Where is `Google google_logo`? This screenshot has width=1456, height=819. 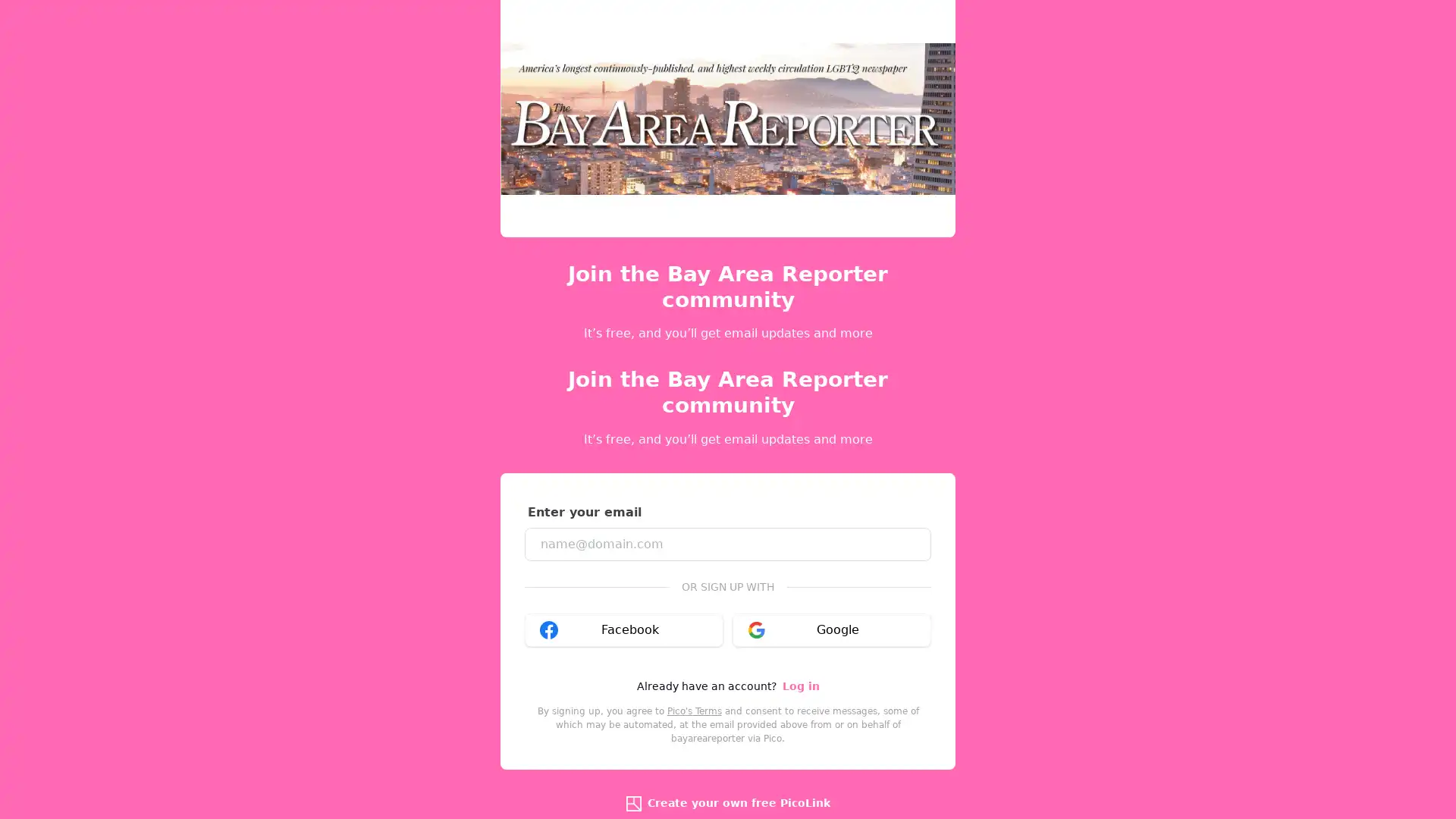 Google google_logo is located at coordinates (831, 629).